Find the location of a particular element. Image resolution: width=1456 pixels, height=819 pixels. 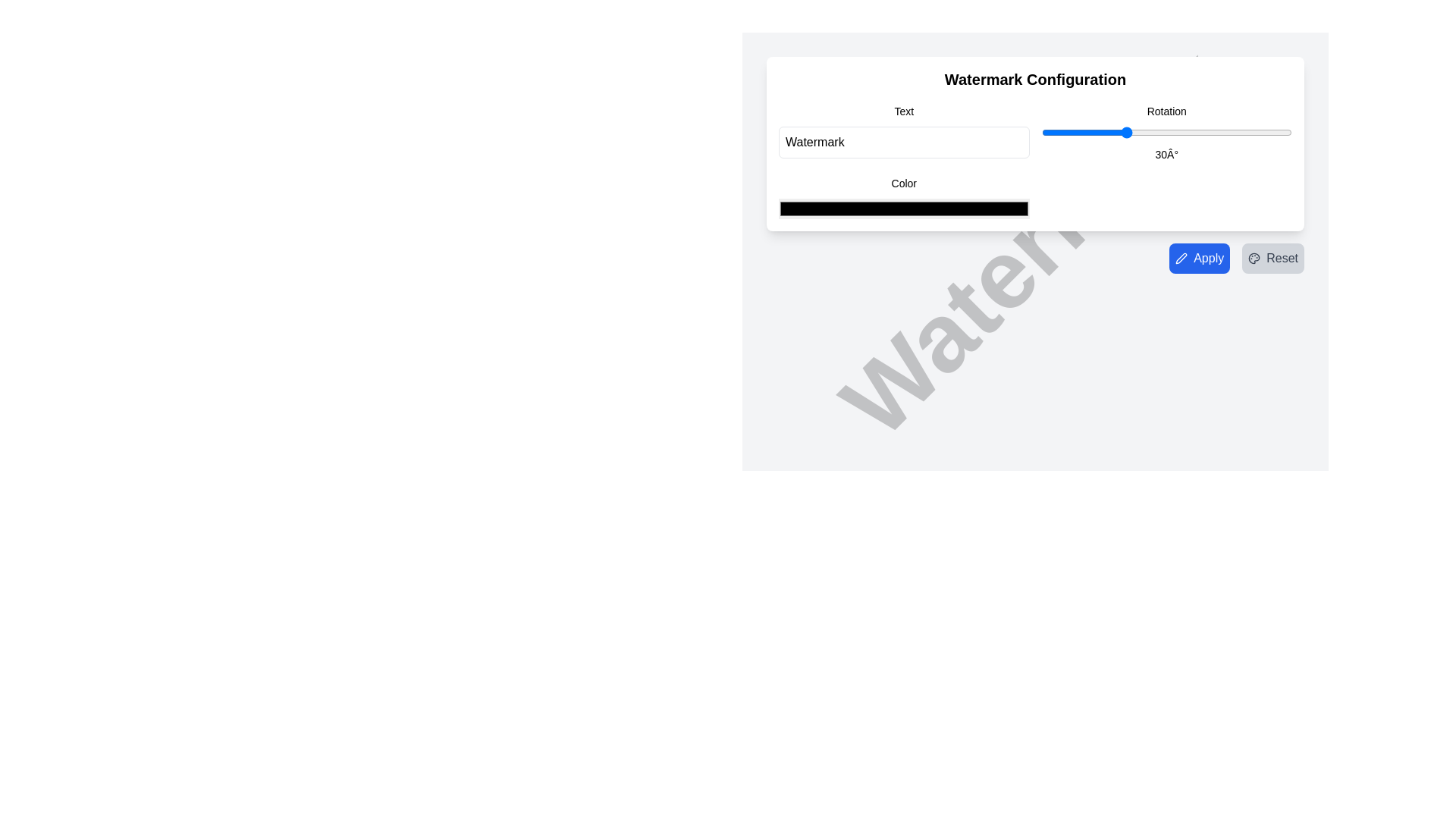

rotation is located at coordinates (1277, 131).